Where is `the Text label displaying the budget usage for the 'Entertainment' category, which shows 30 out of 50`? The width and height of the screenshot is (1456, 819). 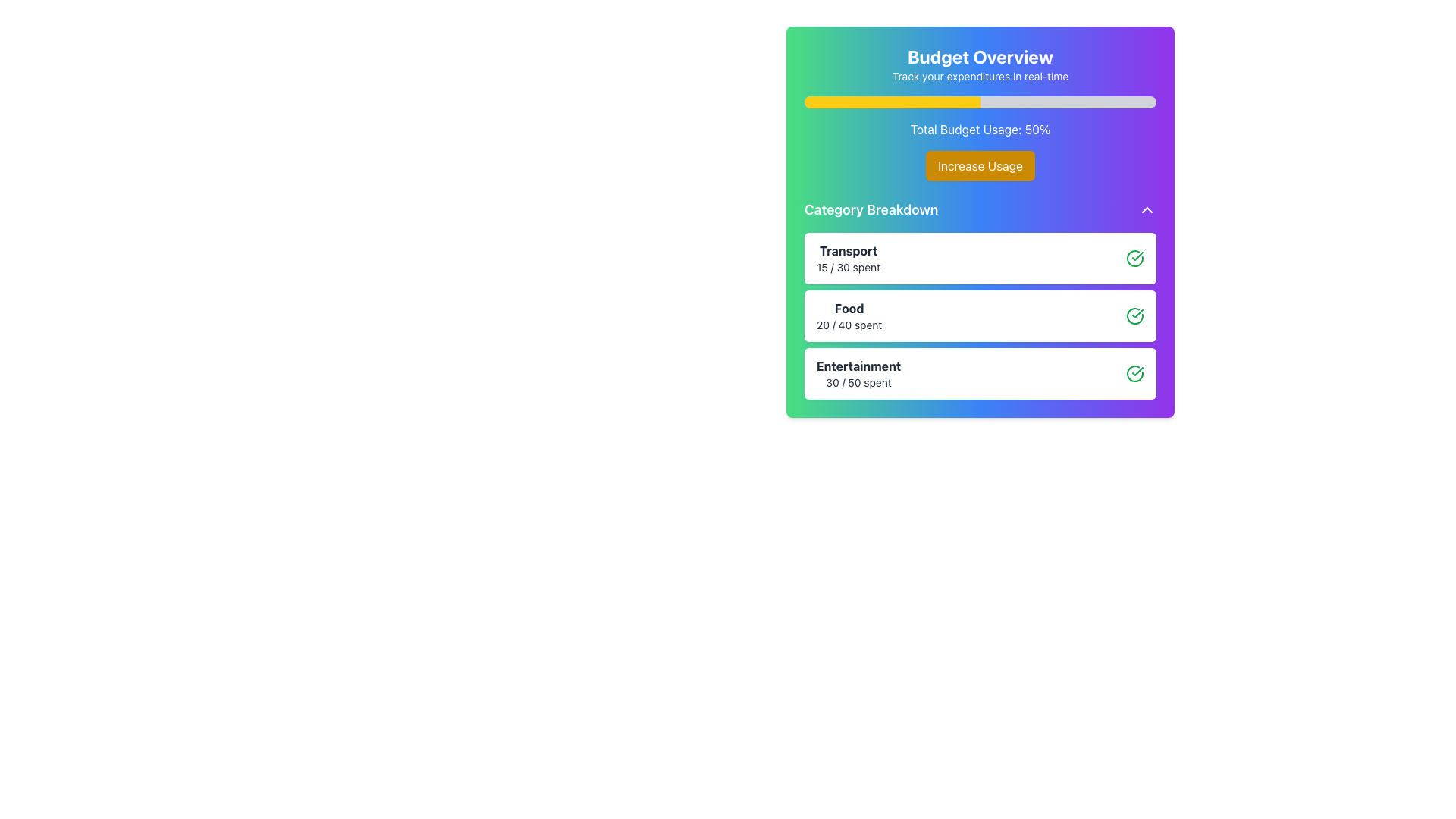
the Text label displaying the budget usage for the 'Entertainment' category, which shows 30 out of 50 is located at coordinates (858, 382).